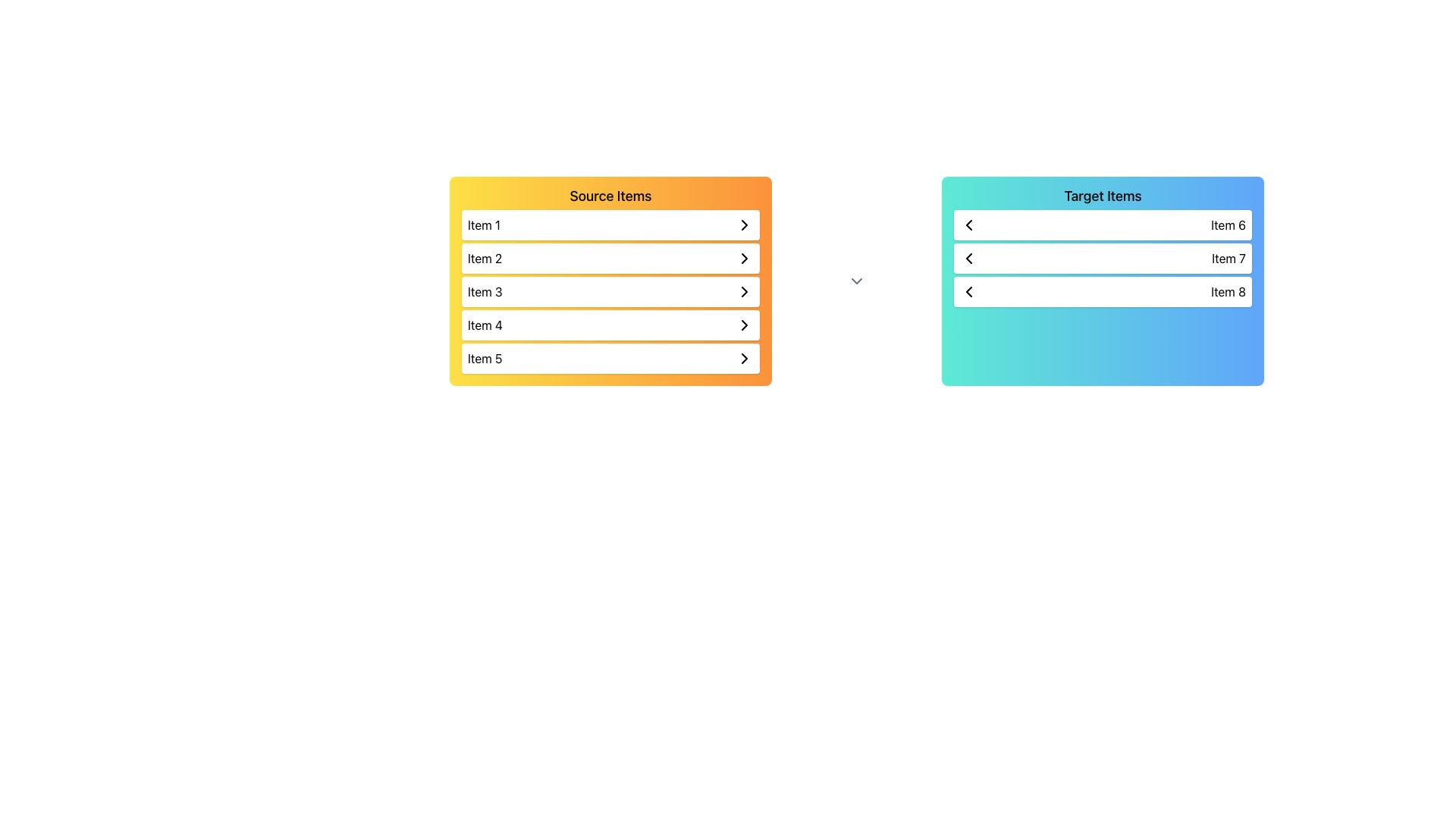  I want to click on the interactive list item representing 'Item 7', which is the second item in the vertically stacked list within the 'Target Items' box, so click(1103, 257).